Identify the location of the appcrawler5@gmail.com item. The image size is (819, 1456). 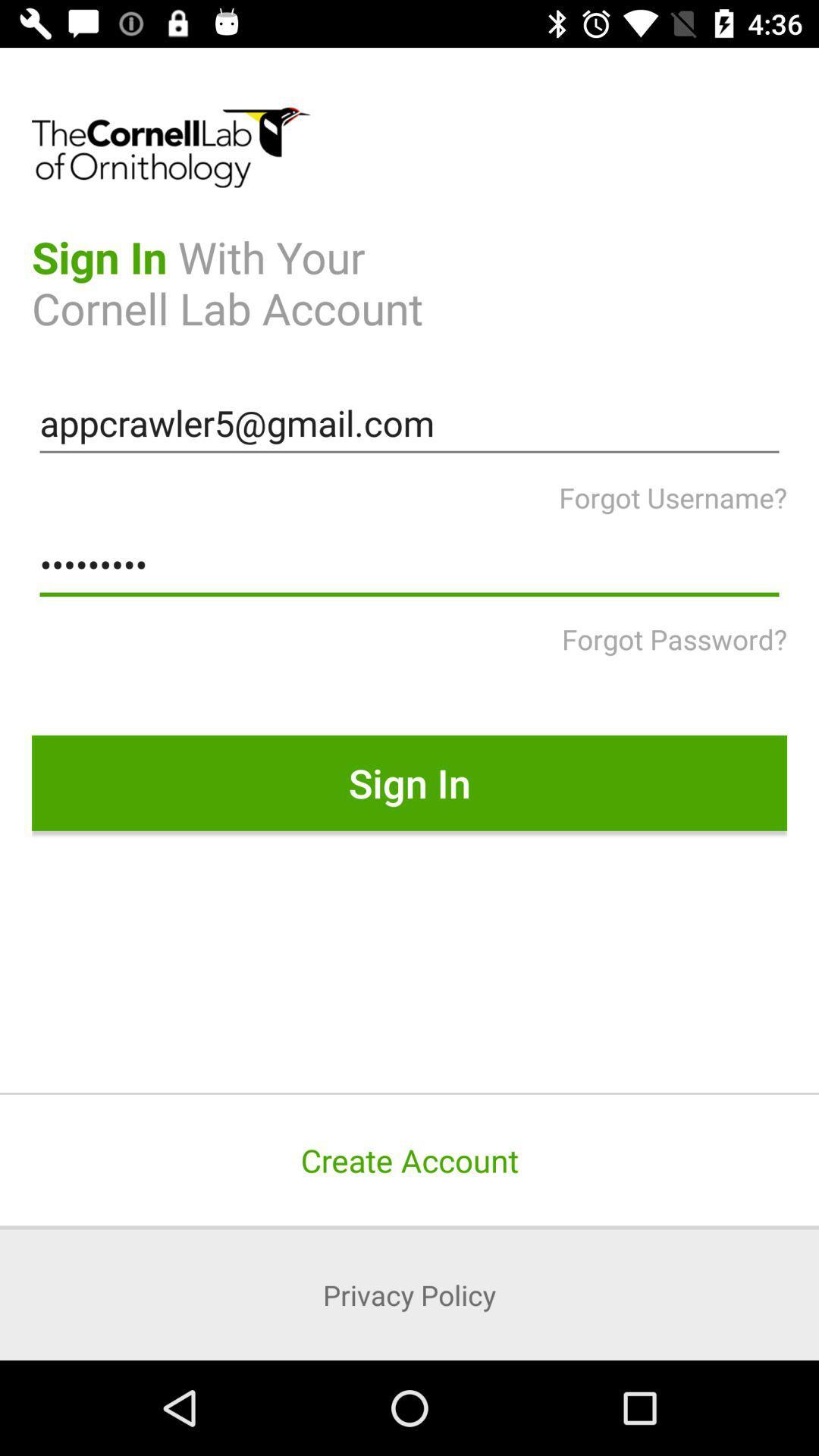
(409, 423).